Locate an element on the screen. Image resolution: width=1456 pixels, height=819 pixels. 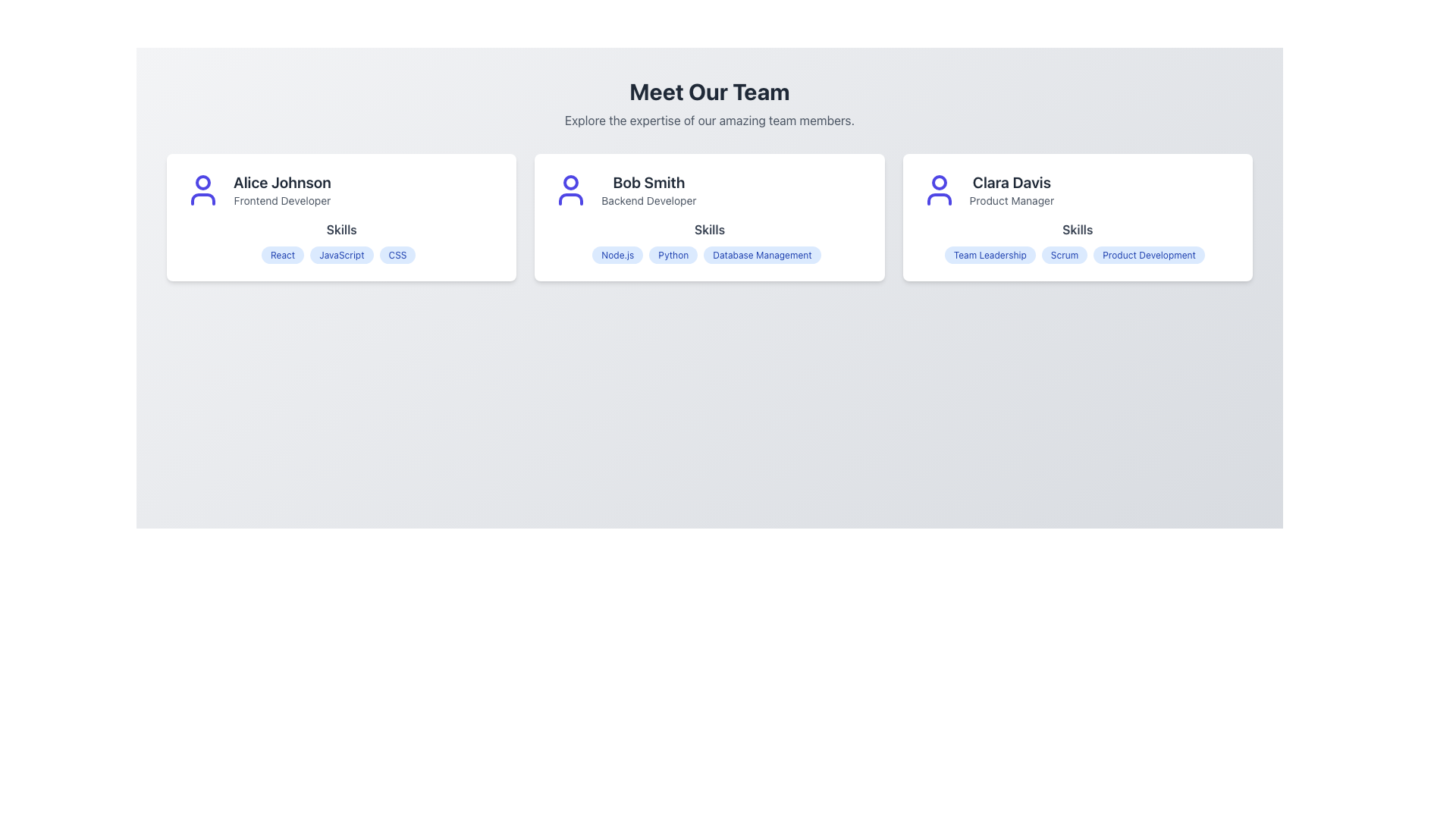
skill name displayed on the first badge or tag labeled 'Node.js' with a light blue background in the 'Skills' section of Bob Smith's profile card is located at coordinates (617, 254).